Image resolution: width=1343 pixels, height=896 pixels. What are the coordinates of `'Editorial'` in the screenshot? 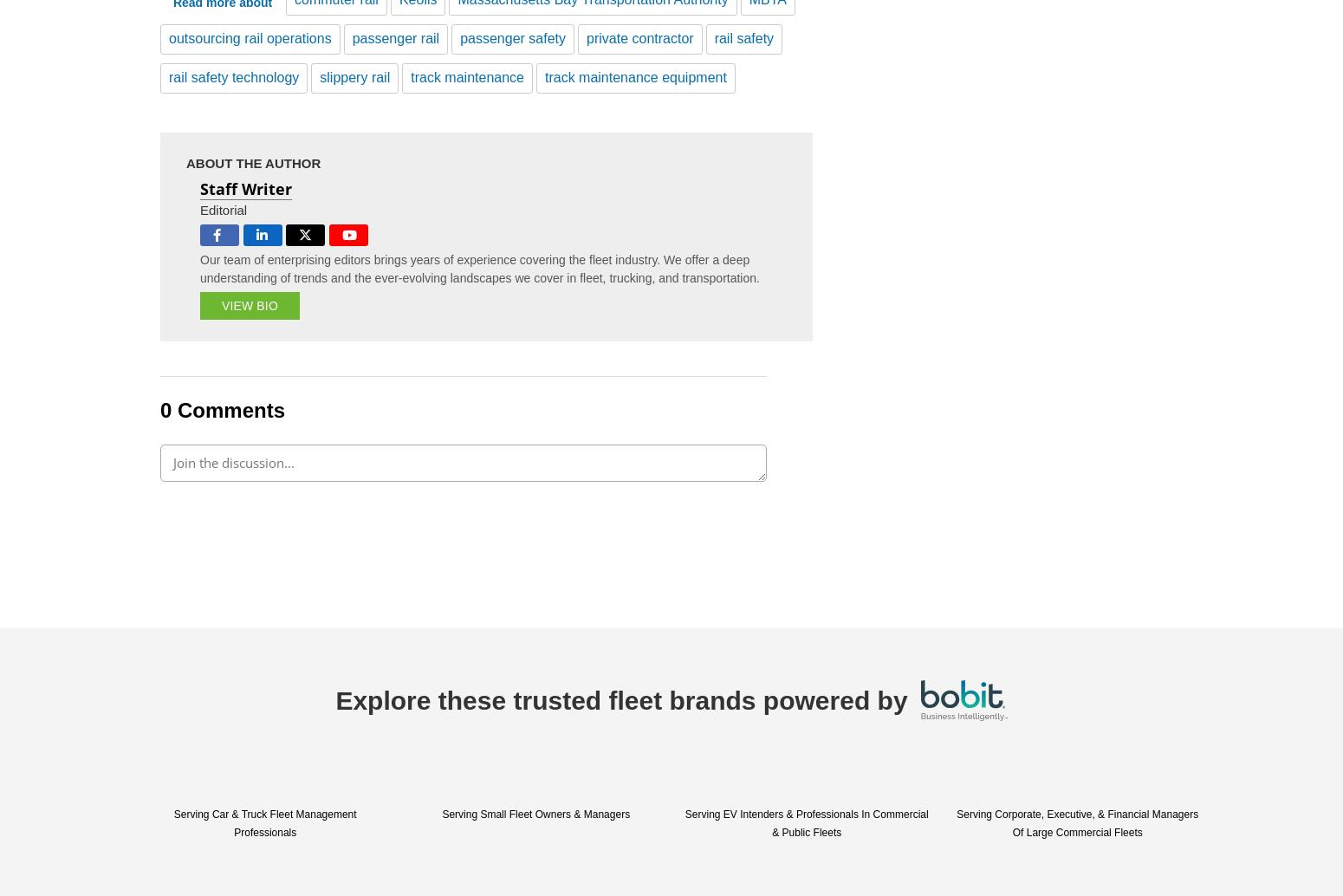 It's located at (224, 209).